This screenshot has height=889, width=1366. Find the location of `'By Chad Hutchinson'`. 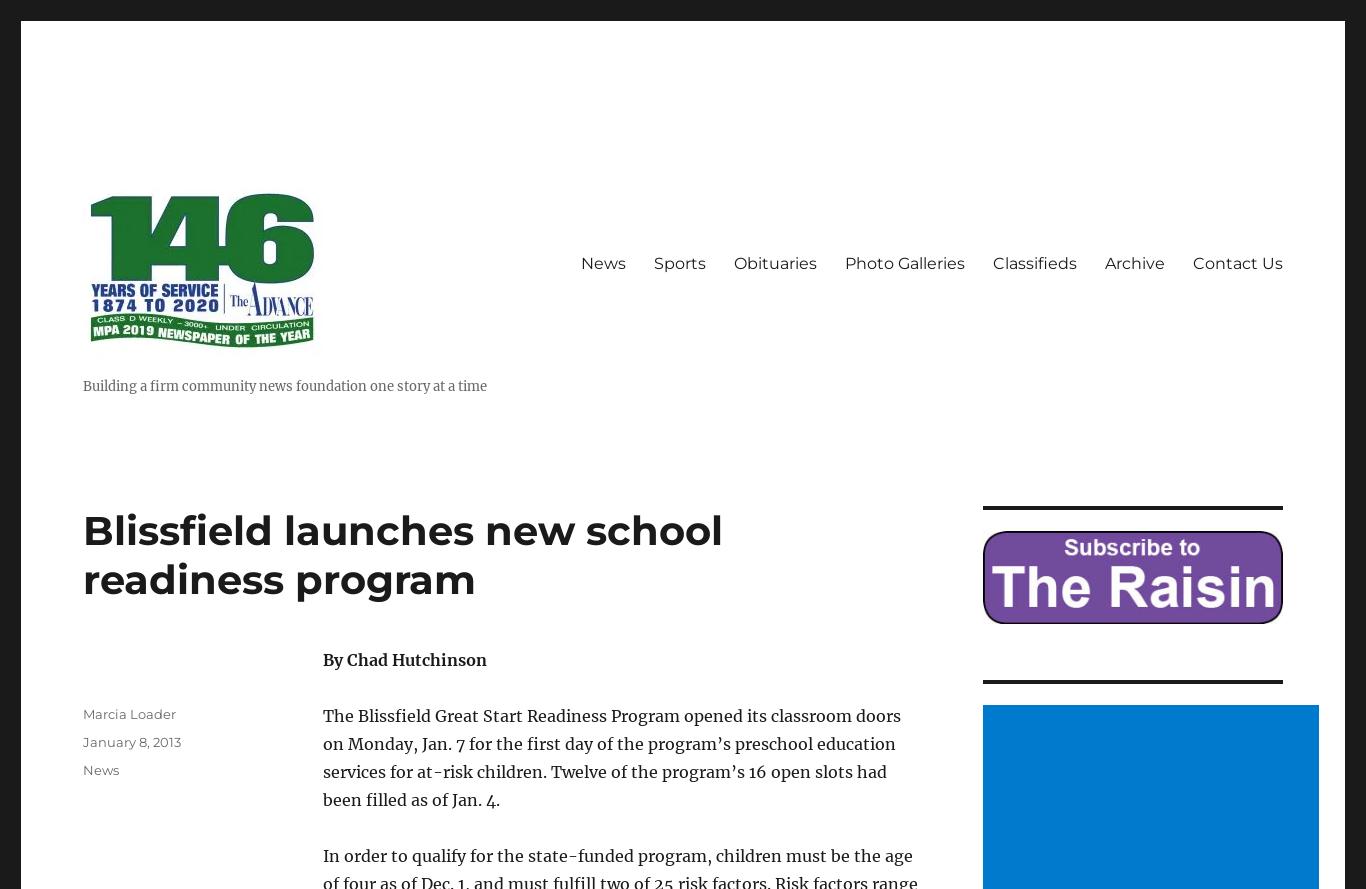

'By Chad Hutchinson' is located at coordinates (404, 659).